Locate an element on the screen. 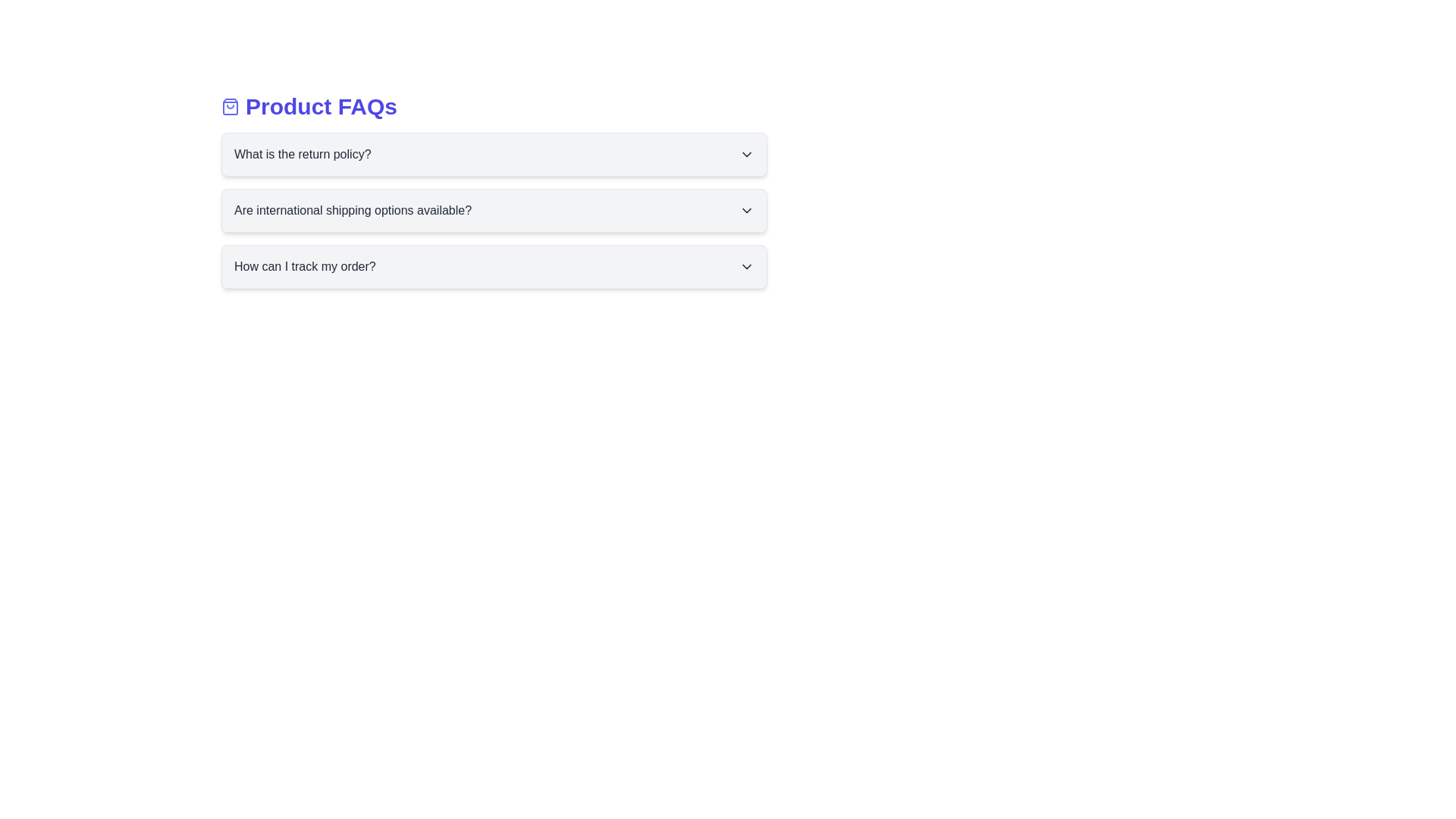 This screenshot has height=819, width=1456. the third entry of the Collapsible FAQ section for keyboard interaction is located at coordinates (494, 265).